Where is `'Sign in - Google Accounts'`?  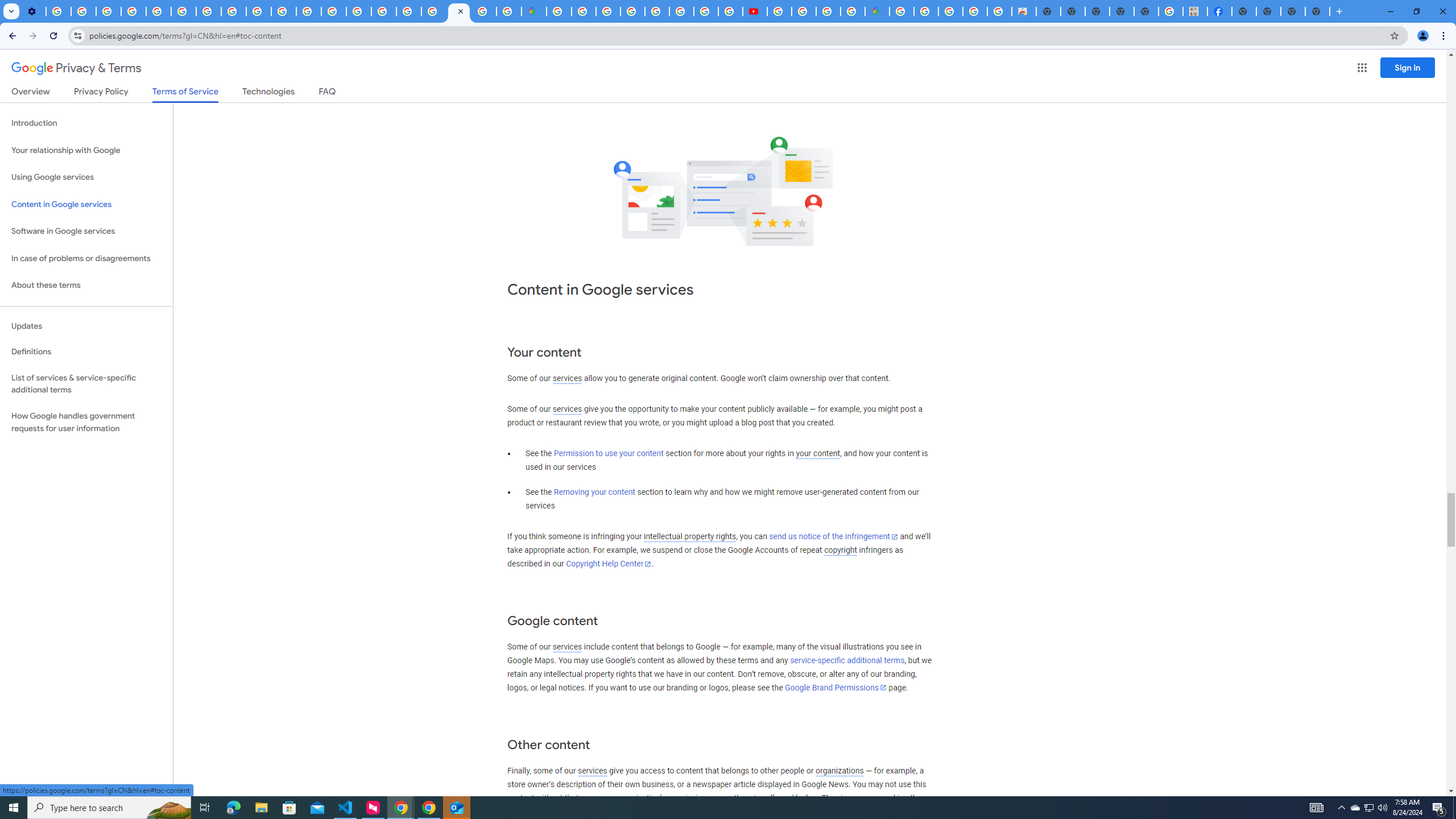 'Sign in - Google Accounts' is located at coordinates (433, 11).